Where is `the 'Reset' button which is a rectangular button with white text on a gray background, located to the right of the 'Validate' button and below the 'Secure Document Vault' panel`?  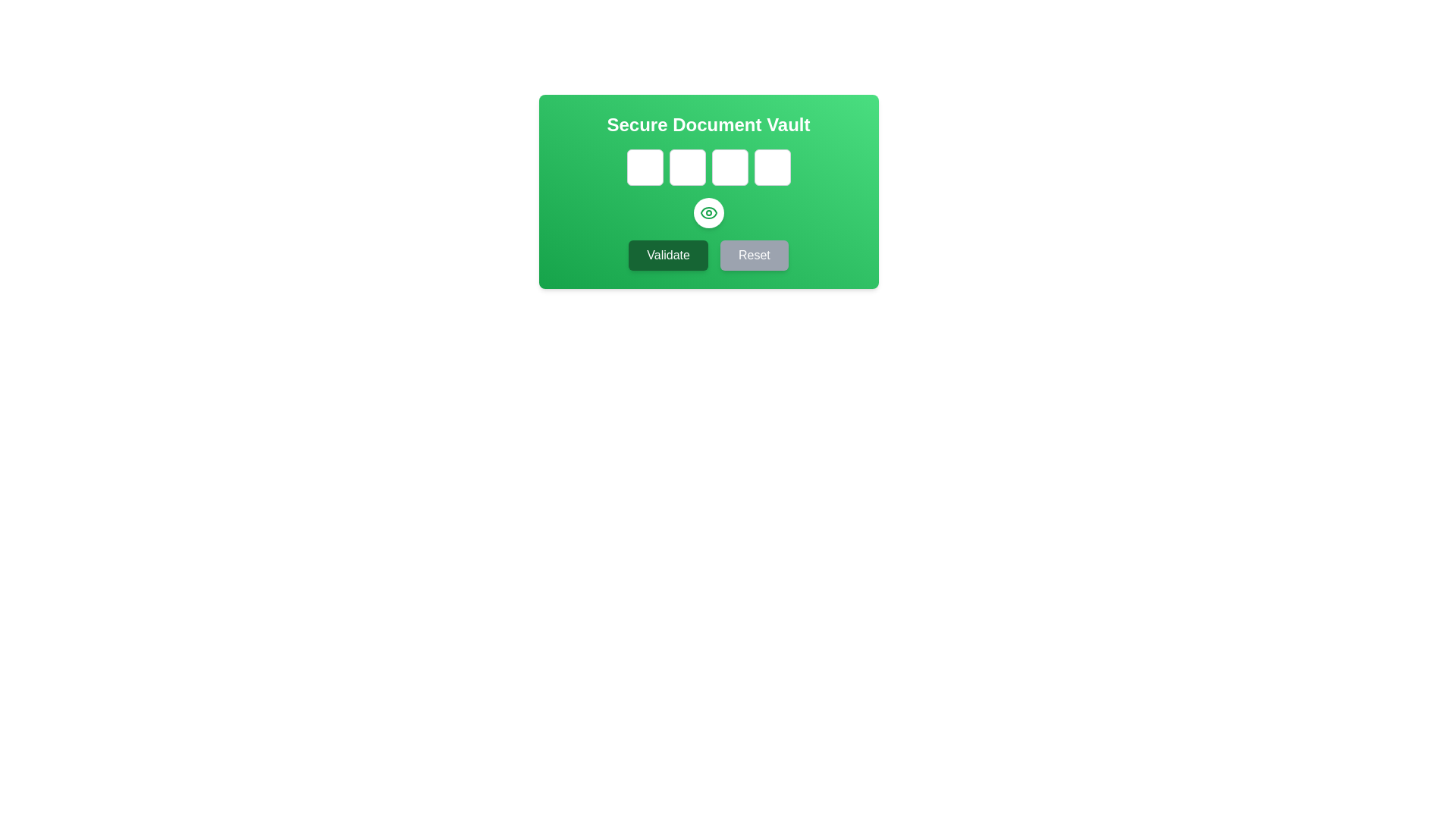 the 'Reset' button which is a rectangular button with white text on a gray background, located to the right of the 'Validate' button and below the 'Secure Document Vault' panel is located at coordinates (754, 254).